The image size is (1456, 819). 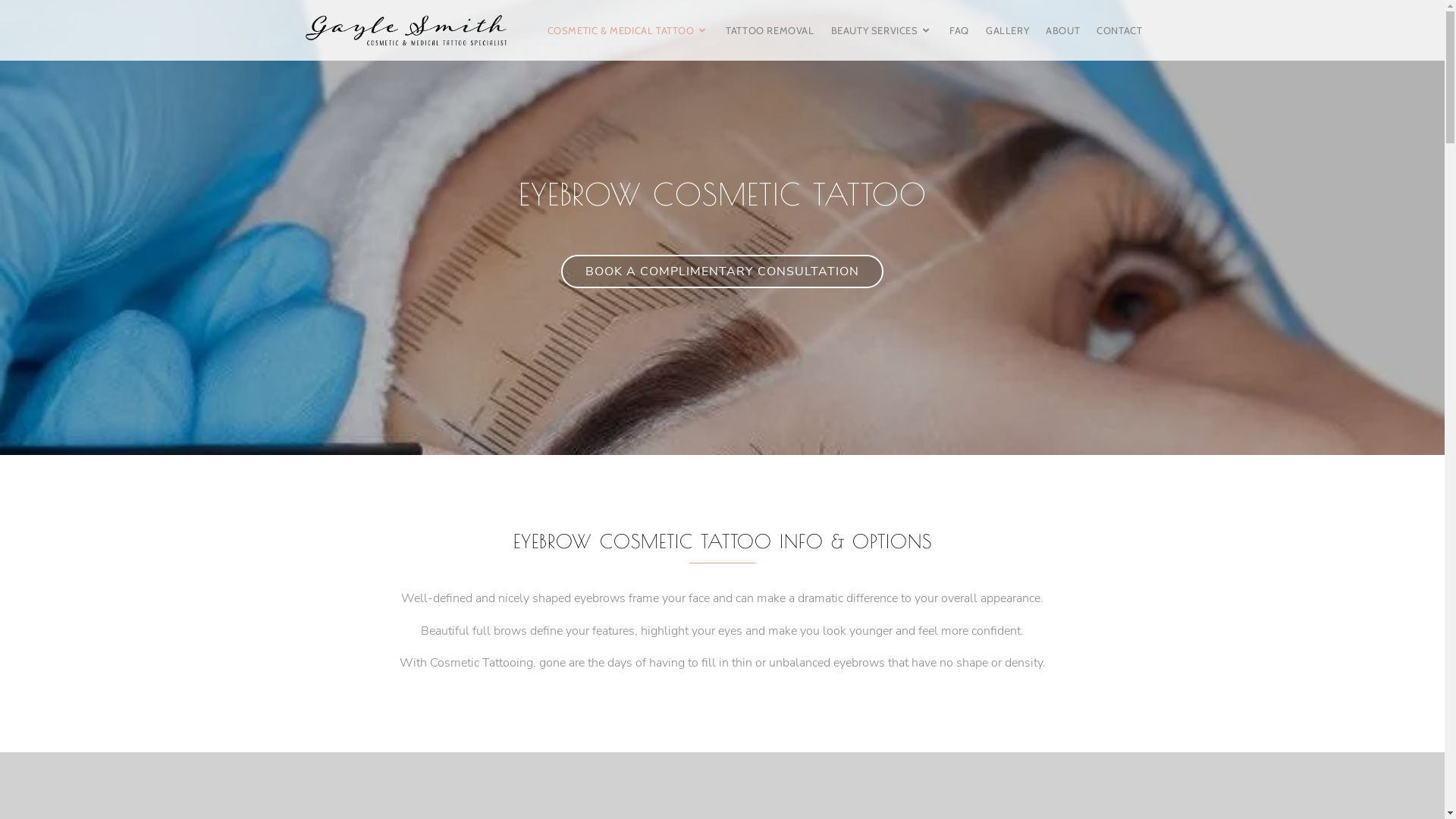 What do you see at coordinates (721, 271) in the screenshot?
I see `'BOOK A COMPLIMENTARY CONSULTATION'` at bounding box center [721, 271].